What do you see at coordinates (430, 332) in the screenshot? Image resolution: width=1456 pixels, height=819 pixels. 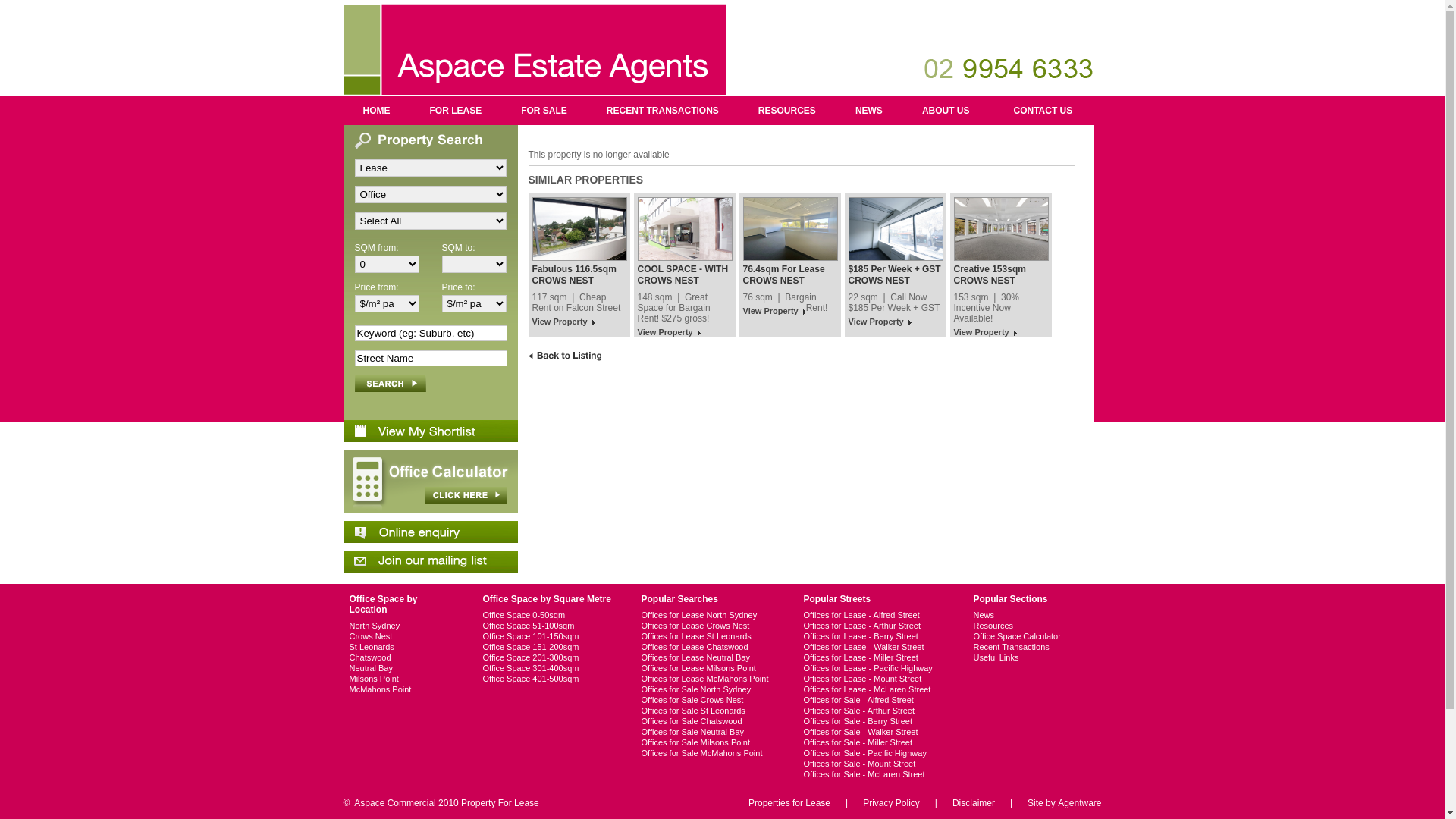 I see `'Keyword (eg: Suburb, etc)'` at bounding box center [430, 332].